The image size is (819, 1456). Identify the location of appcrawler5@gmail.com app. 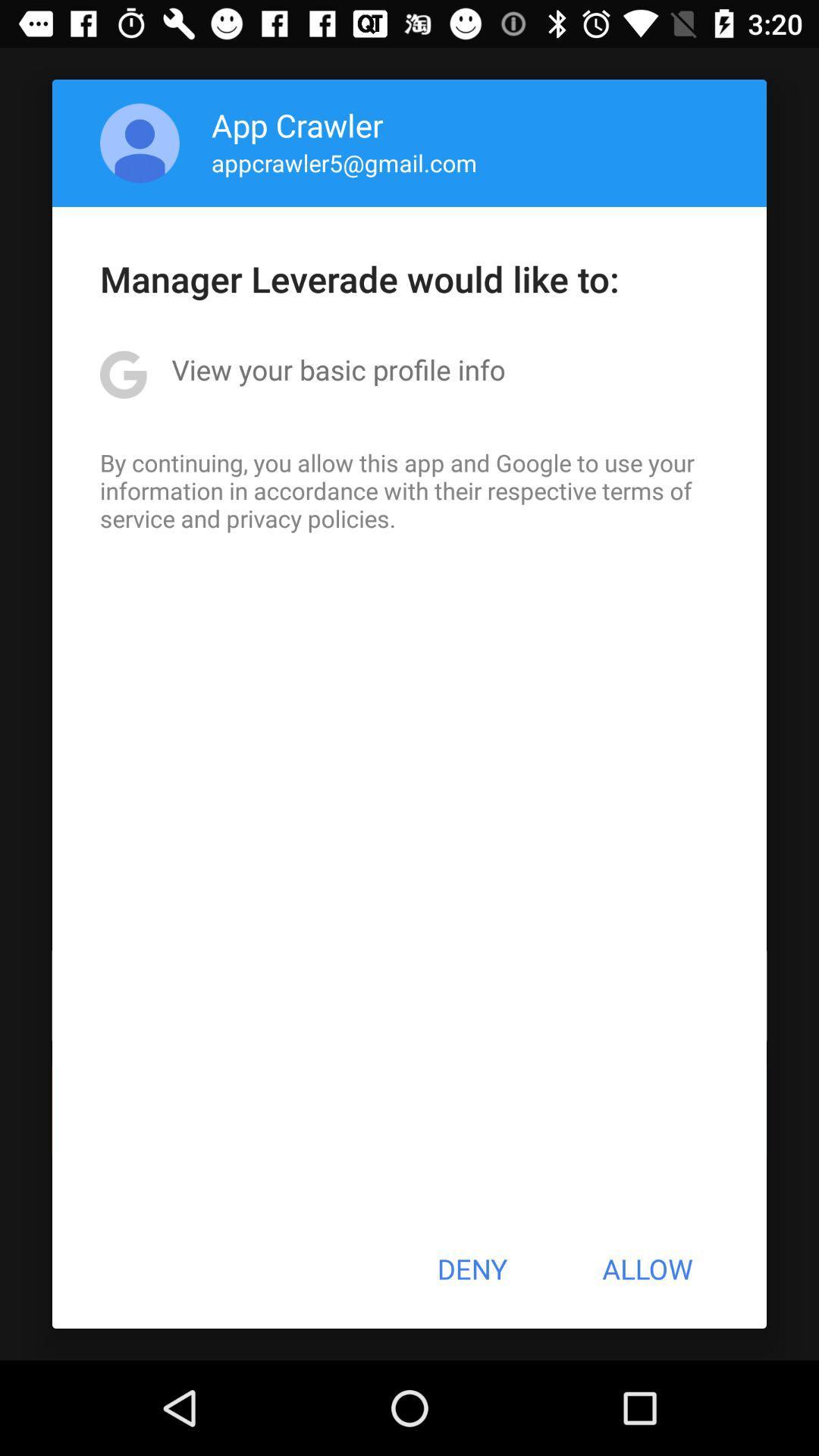
(344, 162).